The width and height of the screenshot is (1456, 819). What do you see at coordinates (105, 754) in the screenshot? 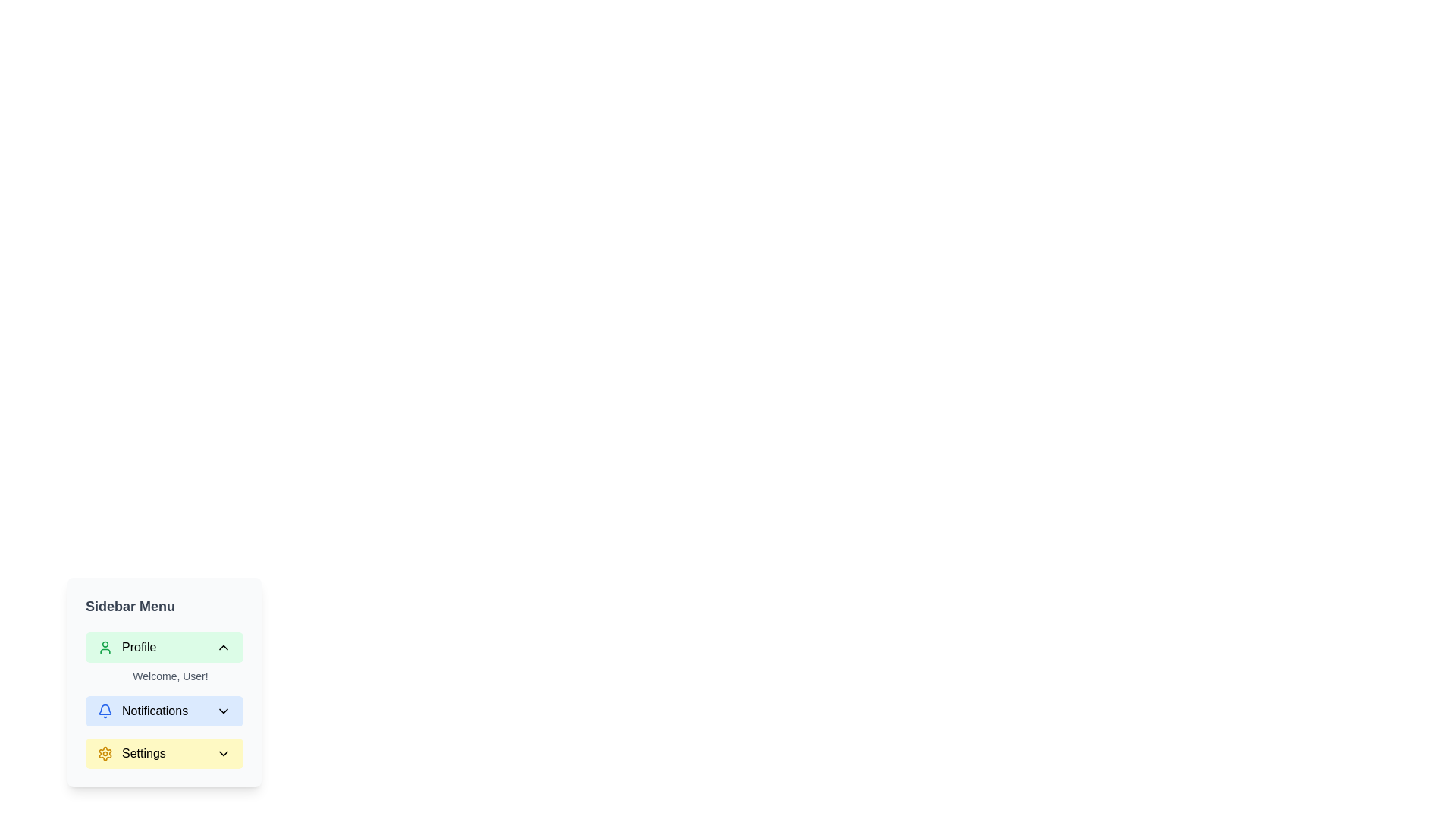
I see `the 'Settings' icon located in the bottom section of the sidebar menu` at bounding box center [105, 754].